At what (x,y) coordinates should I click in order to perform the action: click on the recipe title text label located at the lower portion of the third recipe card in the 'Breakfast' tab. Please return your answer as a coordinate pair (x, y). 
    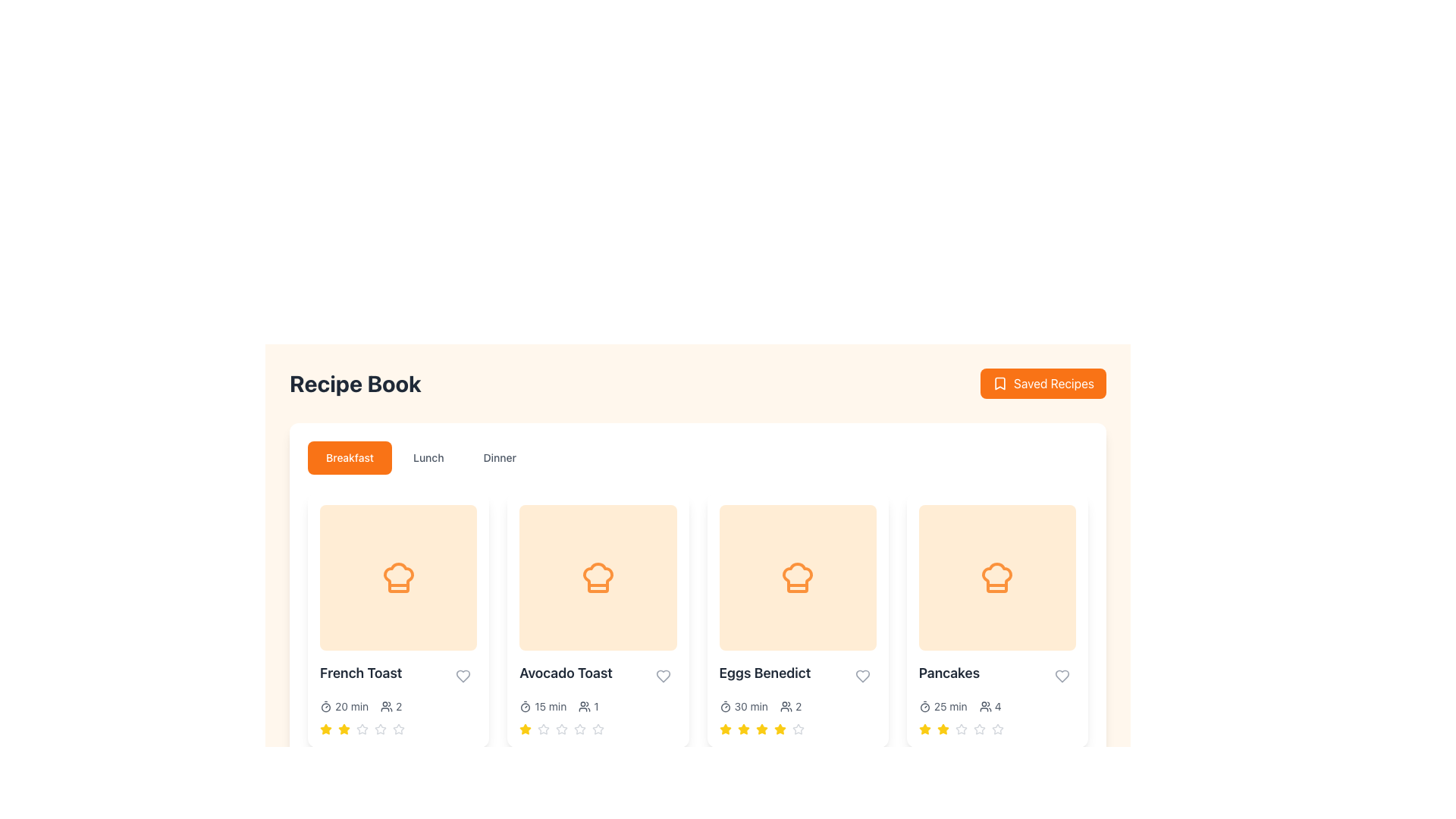
    Looking at the image, I should click on (764, 672).